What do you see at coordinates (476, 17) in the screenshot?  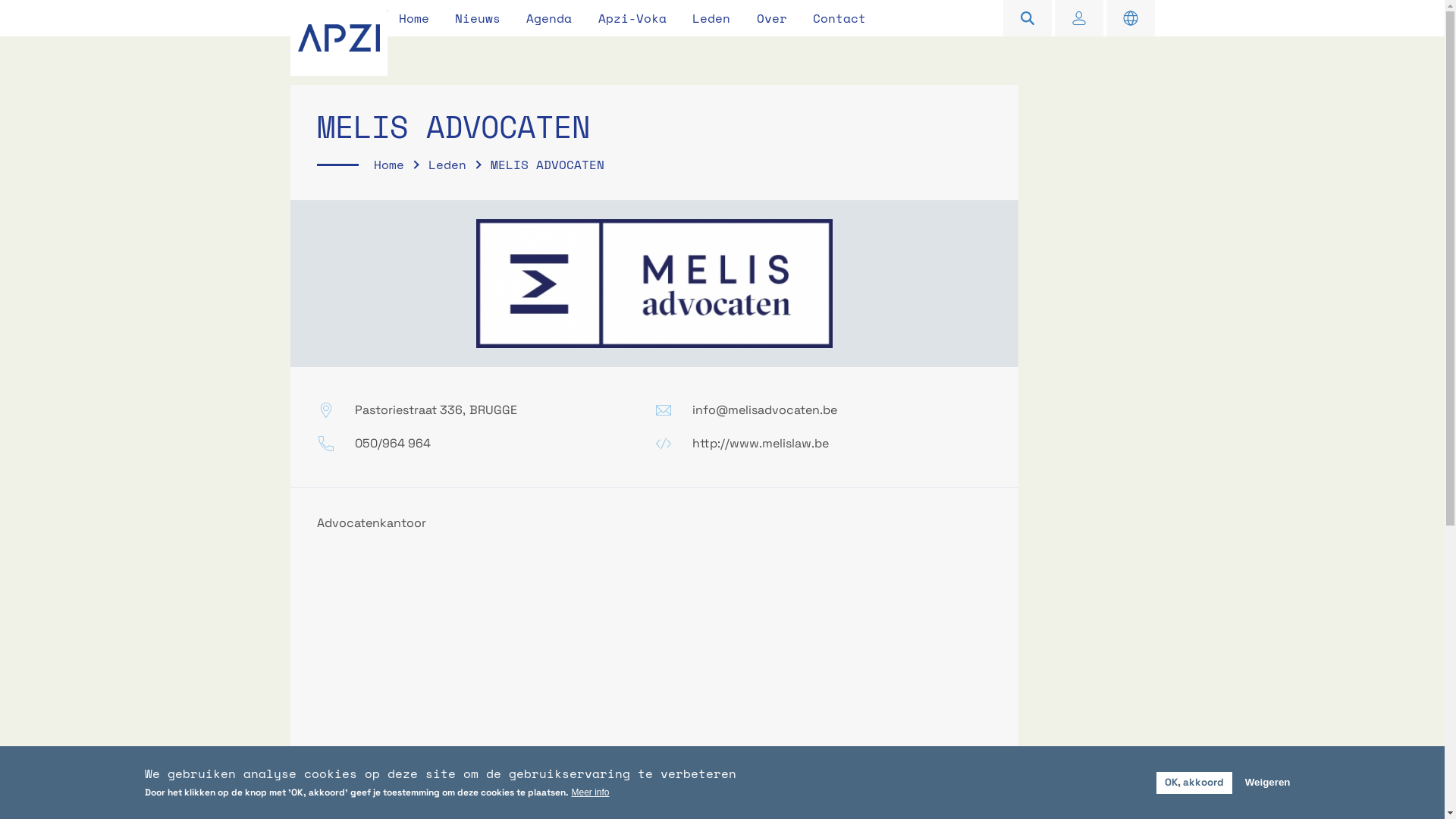 I see `'Nieuws'` at bounding box center [476, 17].